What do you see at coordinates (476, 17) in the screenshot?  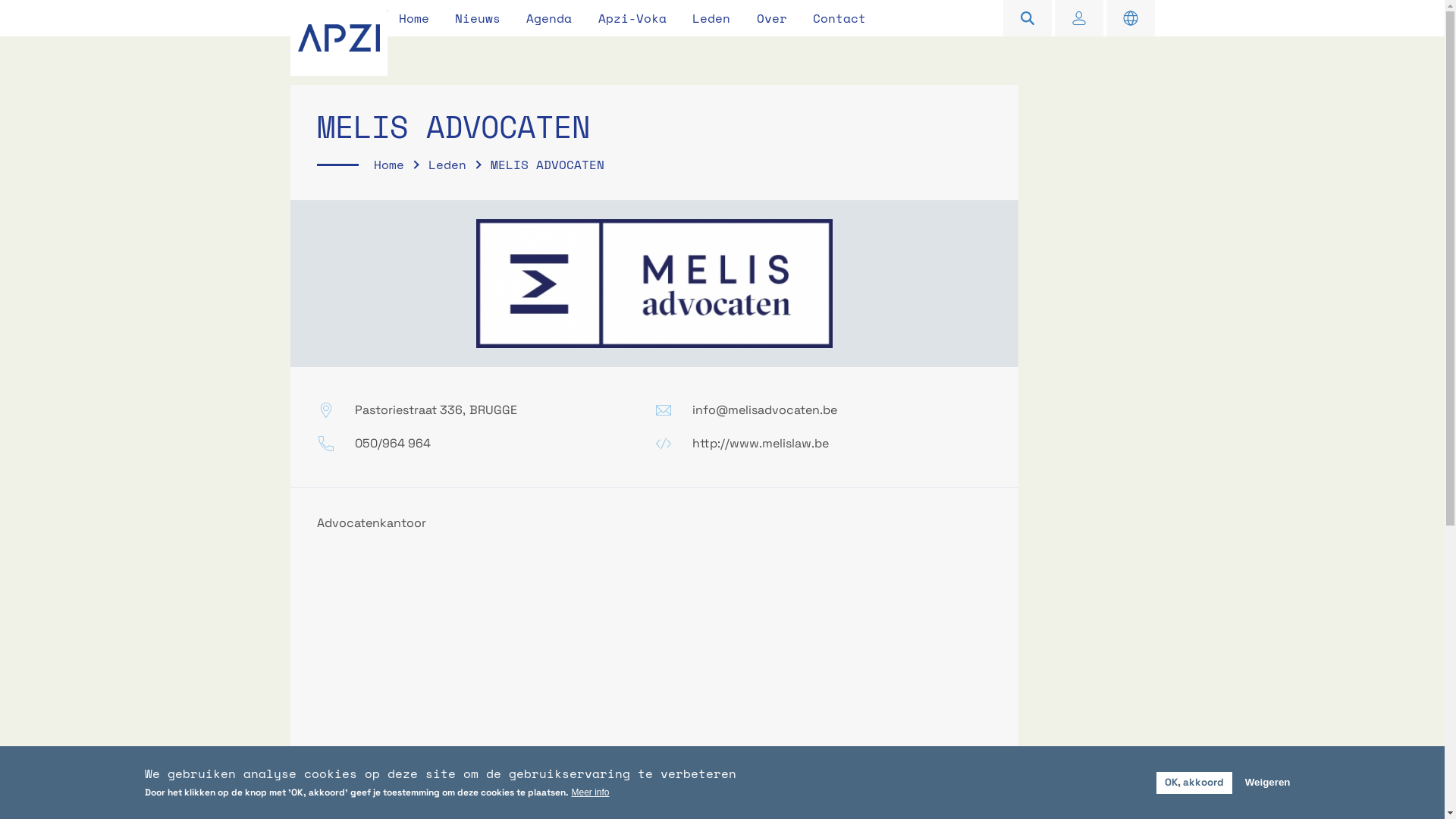 I see `'Nieuws'` at bounding box center [476, 17].